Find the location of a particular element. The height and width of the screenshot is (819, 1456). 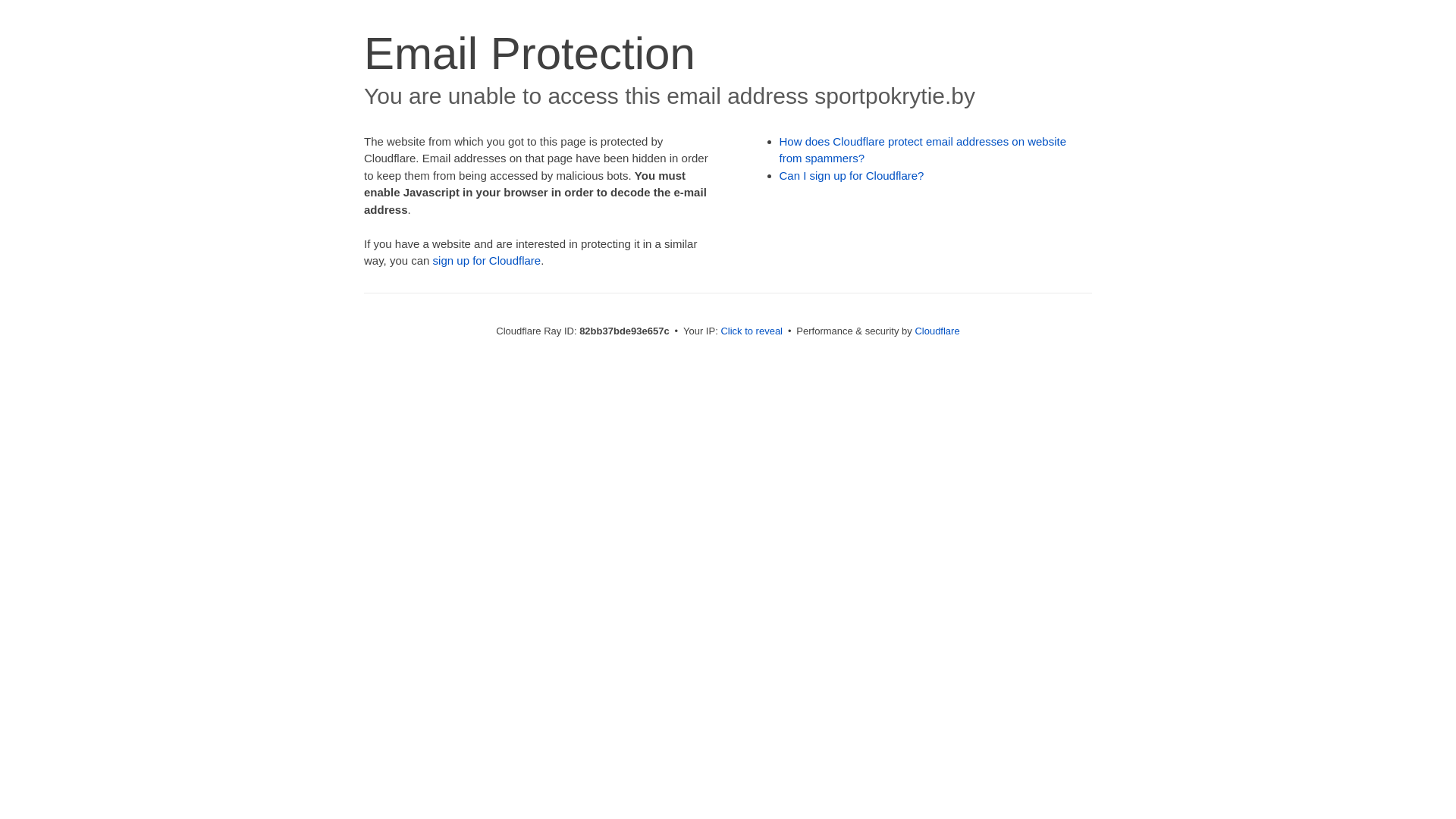

'Click to reveal' is located at coordinates (751, 330).